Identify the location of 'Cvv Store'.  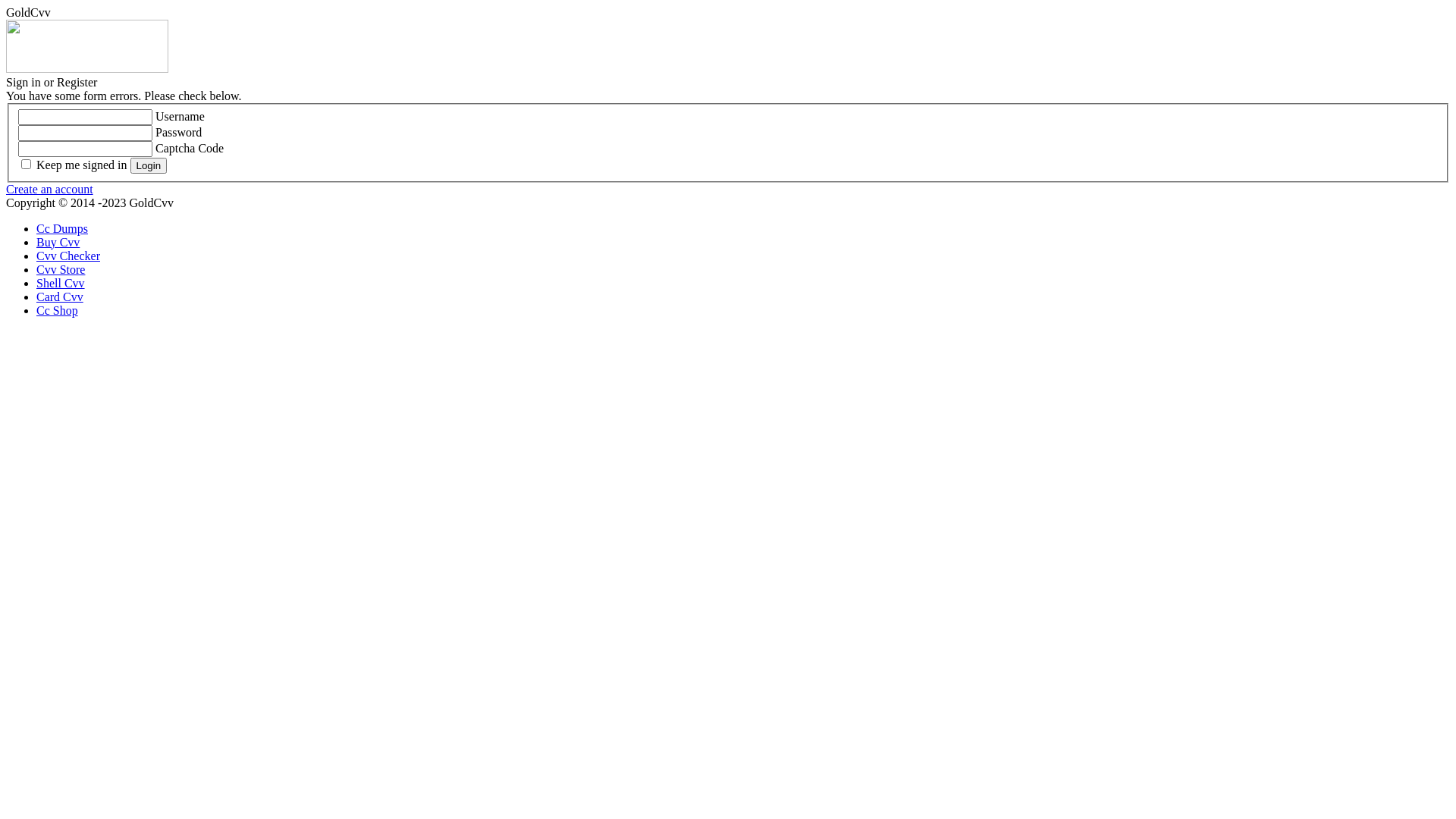
(61, 268).